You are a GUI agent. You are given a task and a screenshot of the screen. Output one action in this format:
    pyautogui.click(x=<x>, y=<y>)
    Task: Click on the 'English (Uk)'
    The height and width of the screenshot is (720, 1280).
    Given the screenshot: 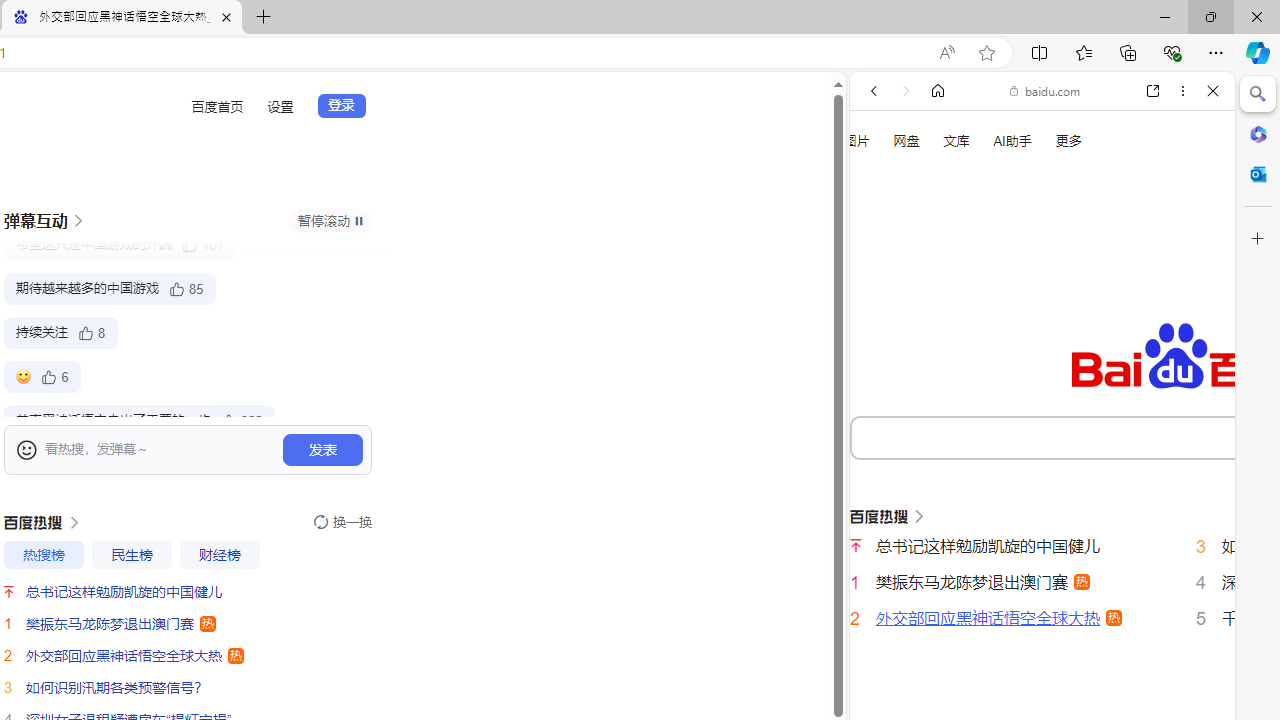 What is the action you would take?
    pyautogui.click(x=1041, y=621)
    